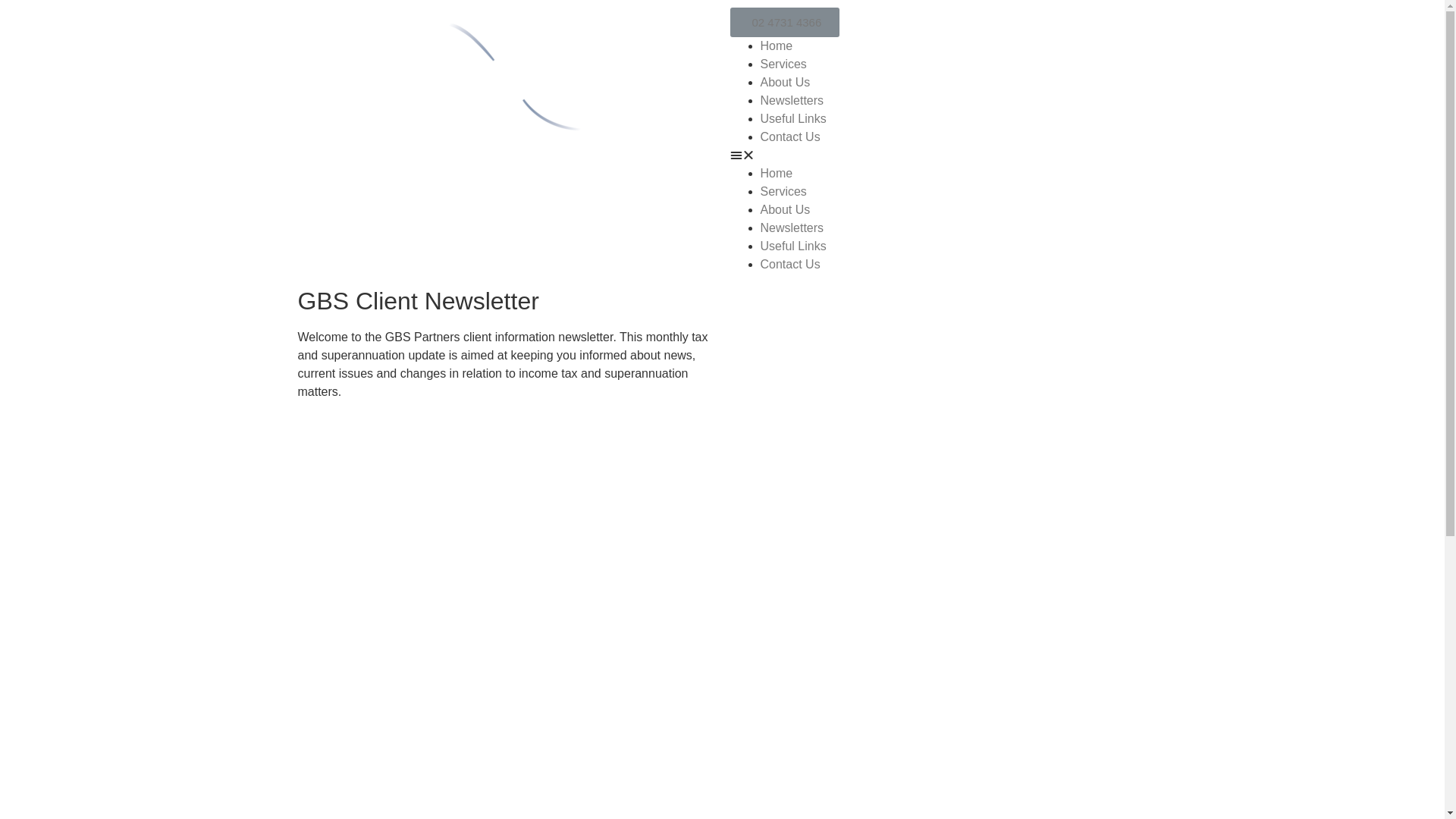 The height and width of the screenshot is (819, 1456). I want to click on 'Useful Links', so click(760, 245).